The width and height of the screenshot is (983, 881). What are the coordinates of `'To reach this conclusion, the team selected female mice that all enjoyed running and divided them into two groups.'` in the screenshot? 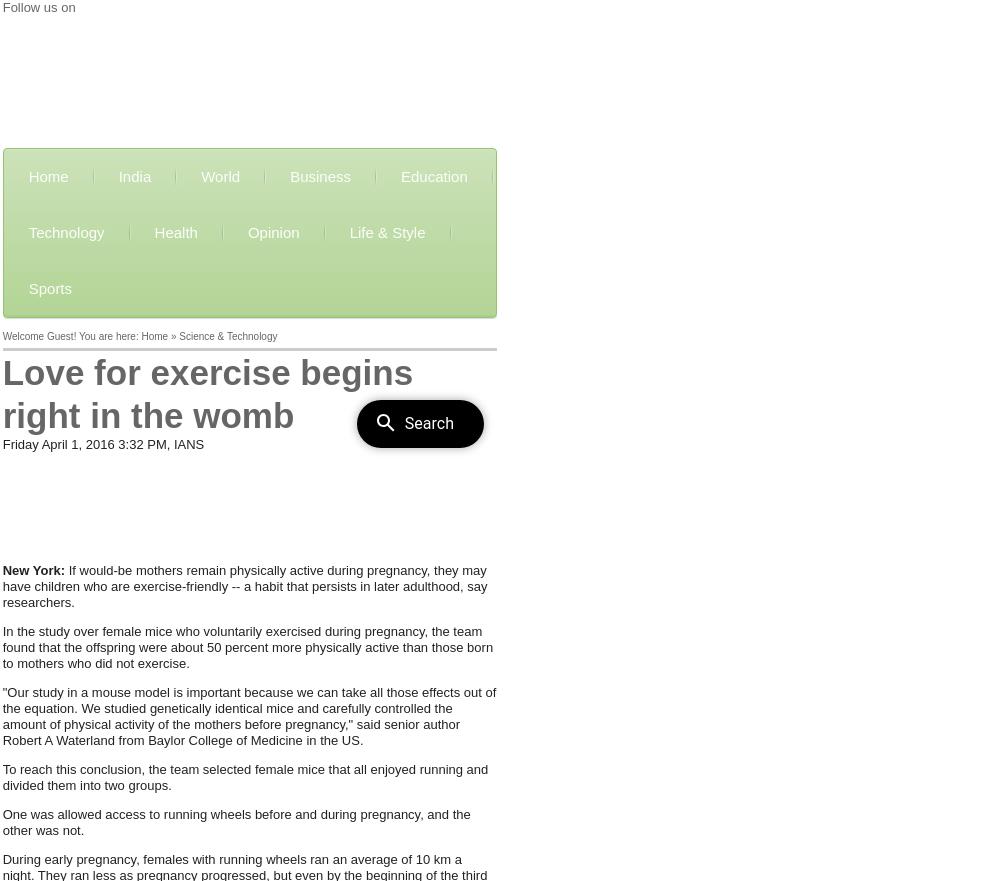 It's located at (0, 776).